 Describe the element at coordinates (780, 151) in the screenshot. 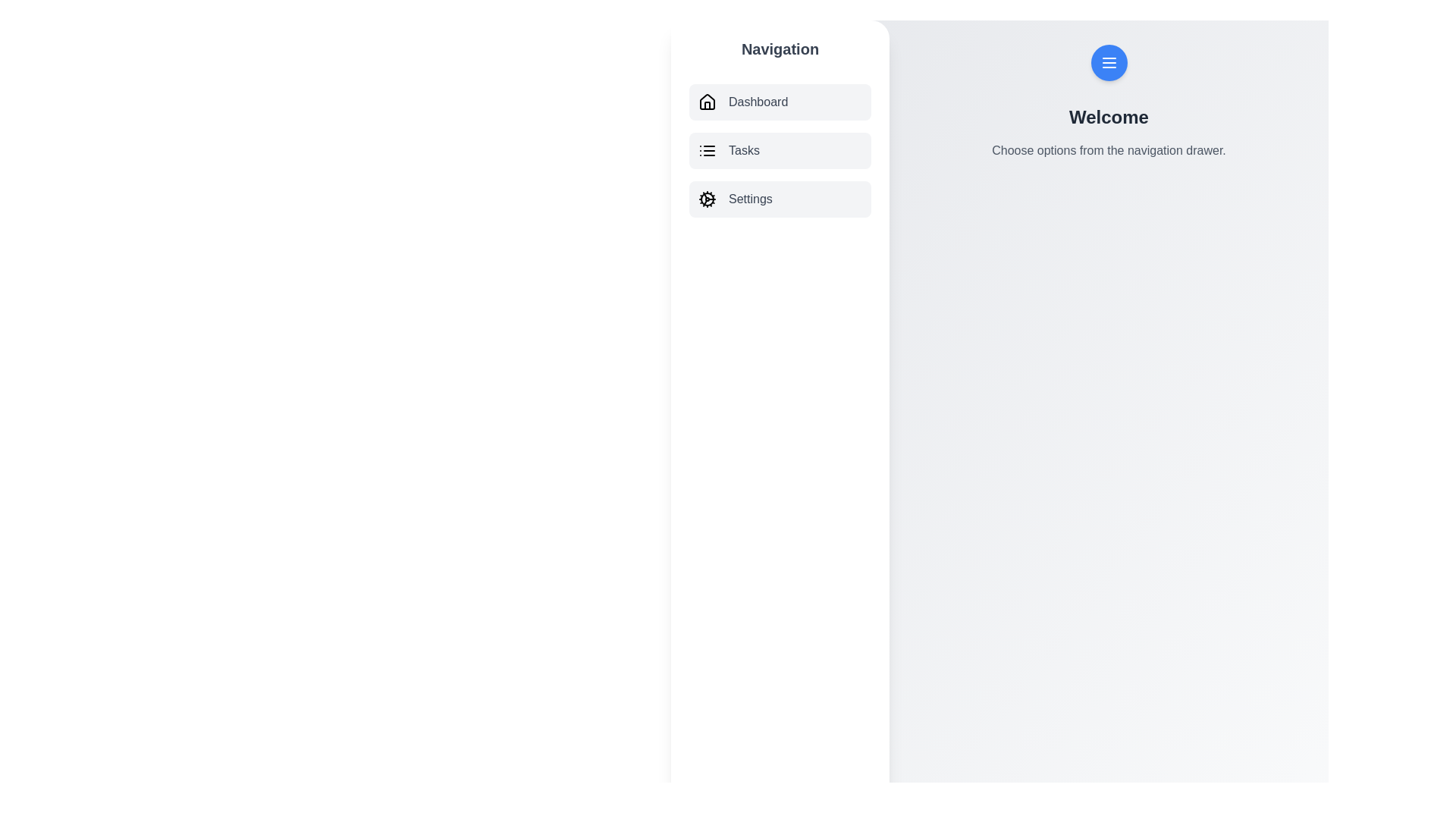

I see `the navigation item Tasks from the drawer` at that location.